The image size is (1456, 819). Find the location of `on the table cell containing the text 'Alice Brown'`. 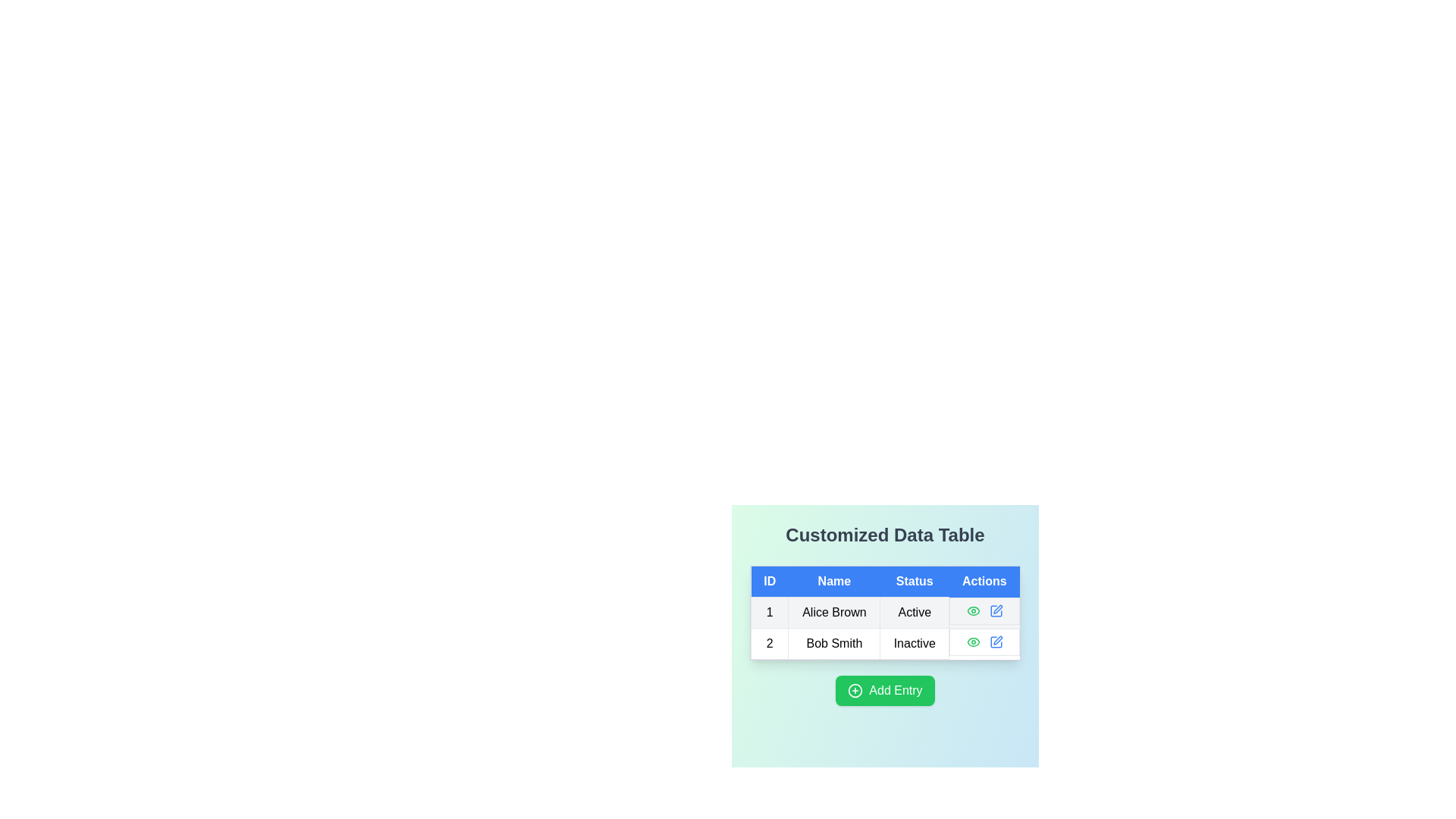

on the table cell containing the text 'Alice Brown' is located at coordinates (833, 611).